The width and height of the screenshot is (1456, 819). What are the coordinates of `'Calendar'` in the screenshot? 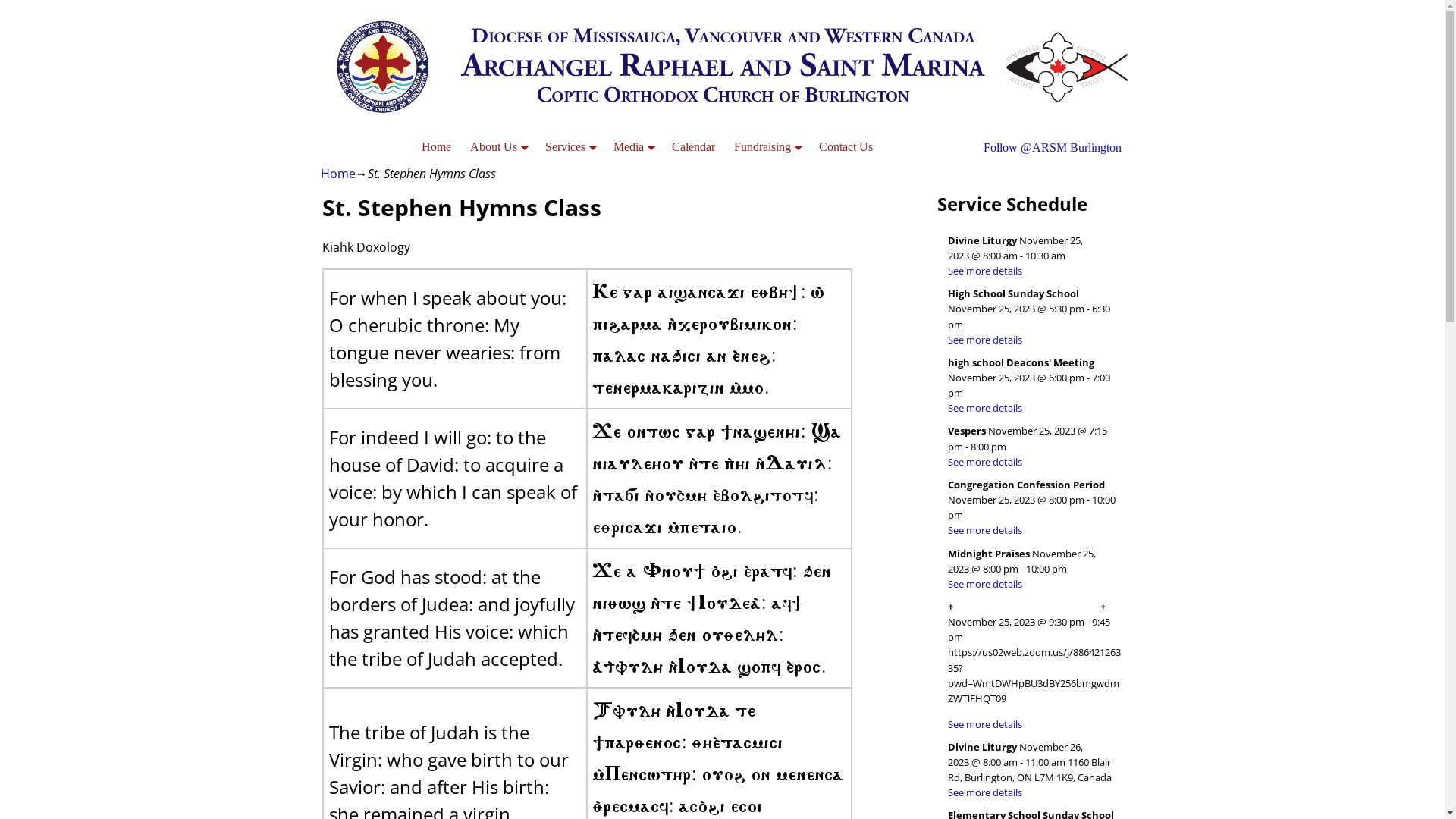 It's located at (693, 147).